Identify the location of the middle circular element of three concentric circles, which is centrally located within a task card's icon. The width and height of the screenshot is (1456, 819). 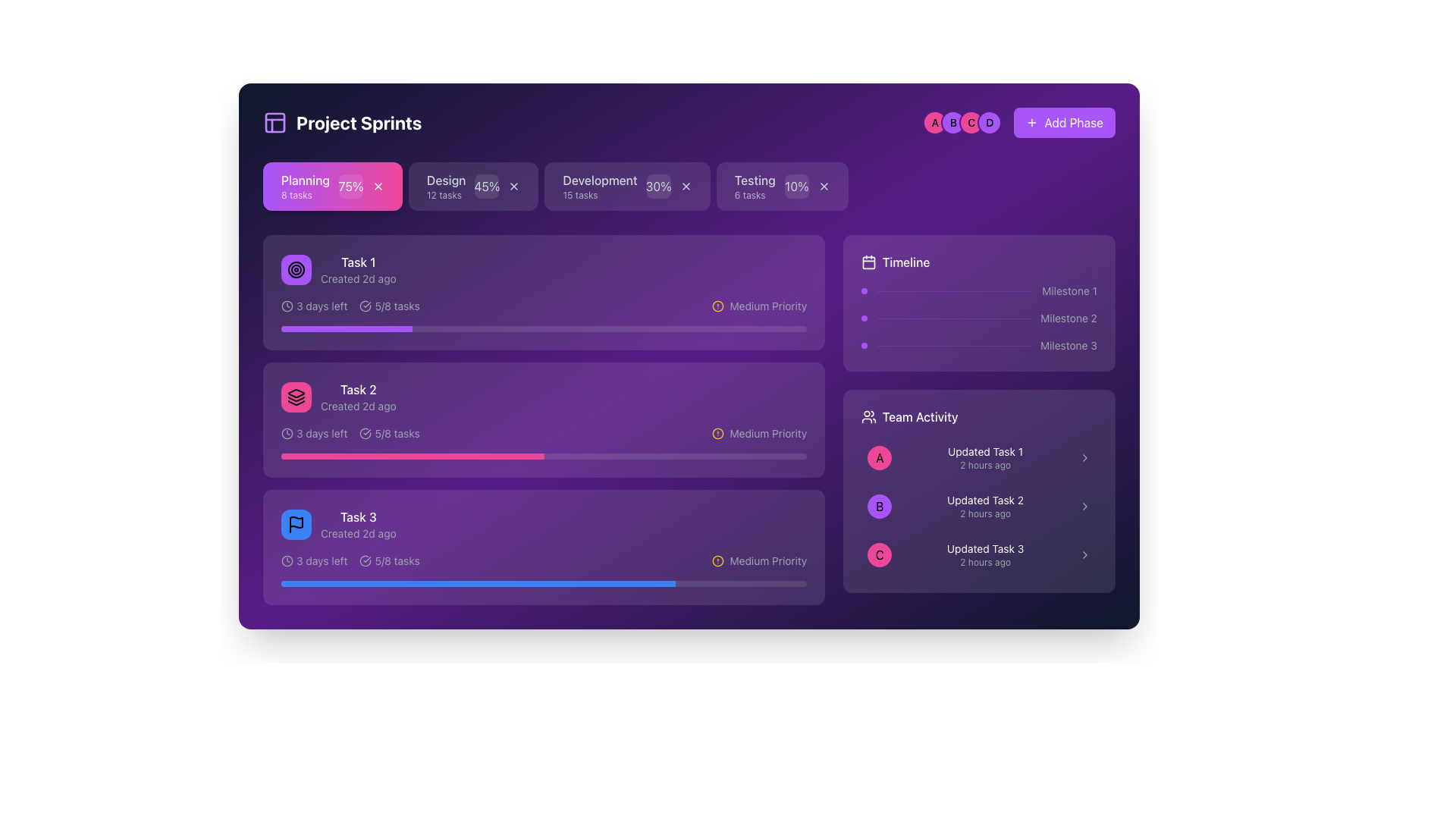
(296, 268).